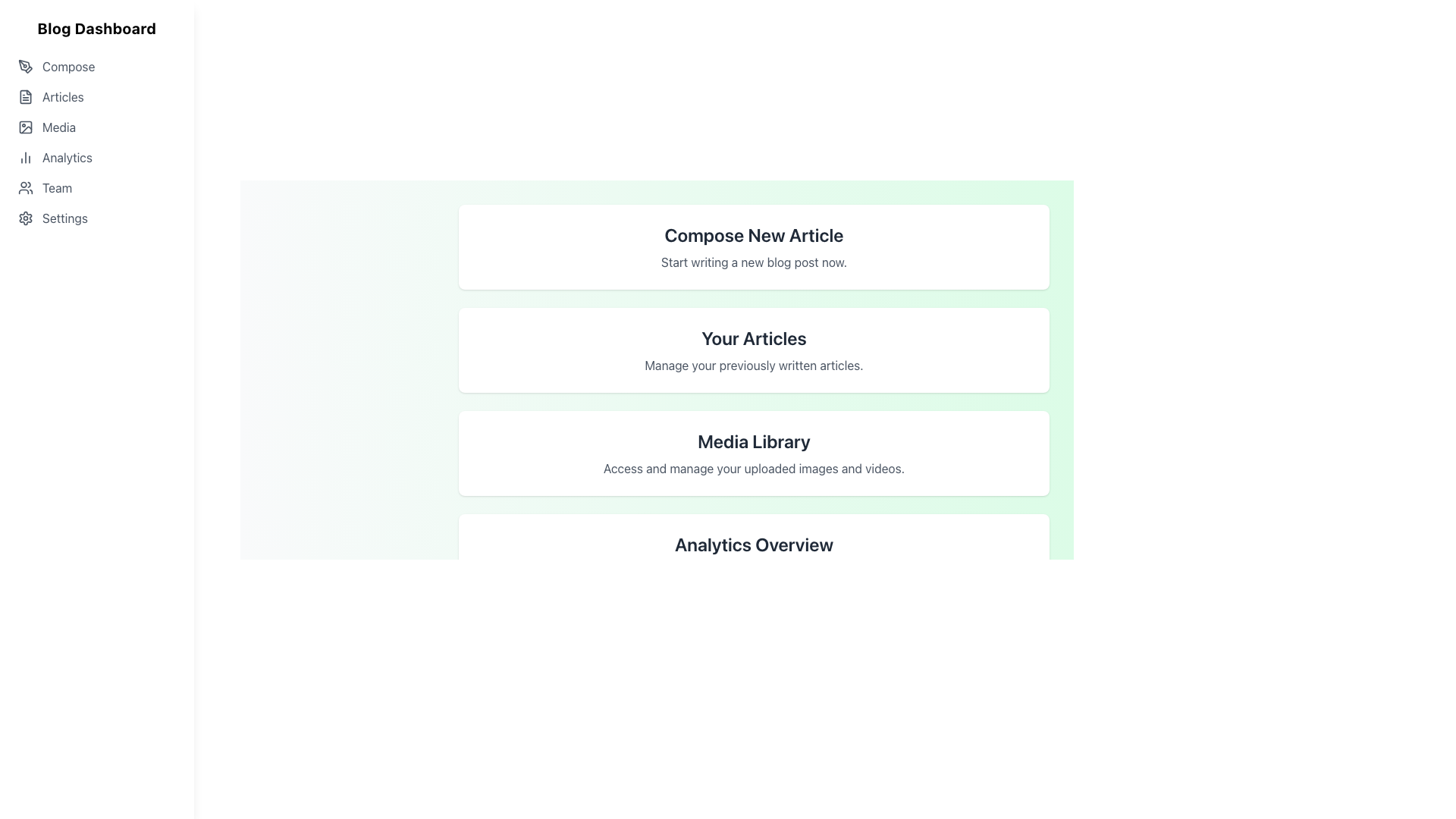  I want to click on the bold text label that reads 'Blog Dashboard', which is prominently positioned at the top-left corner of the page within a vertical menu, so click(96, 29).